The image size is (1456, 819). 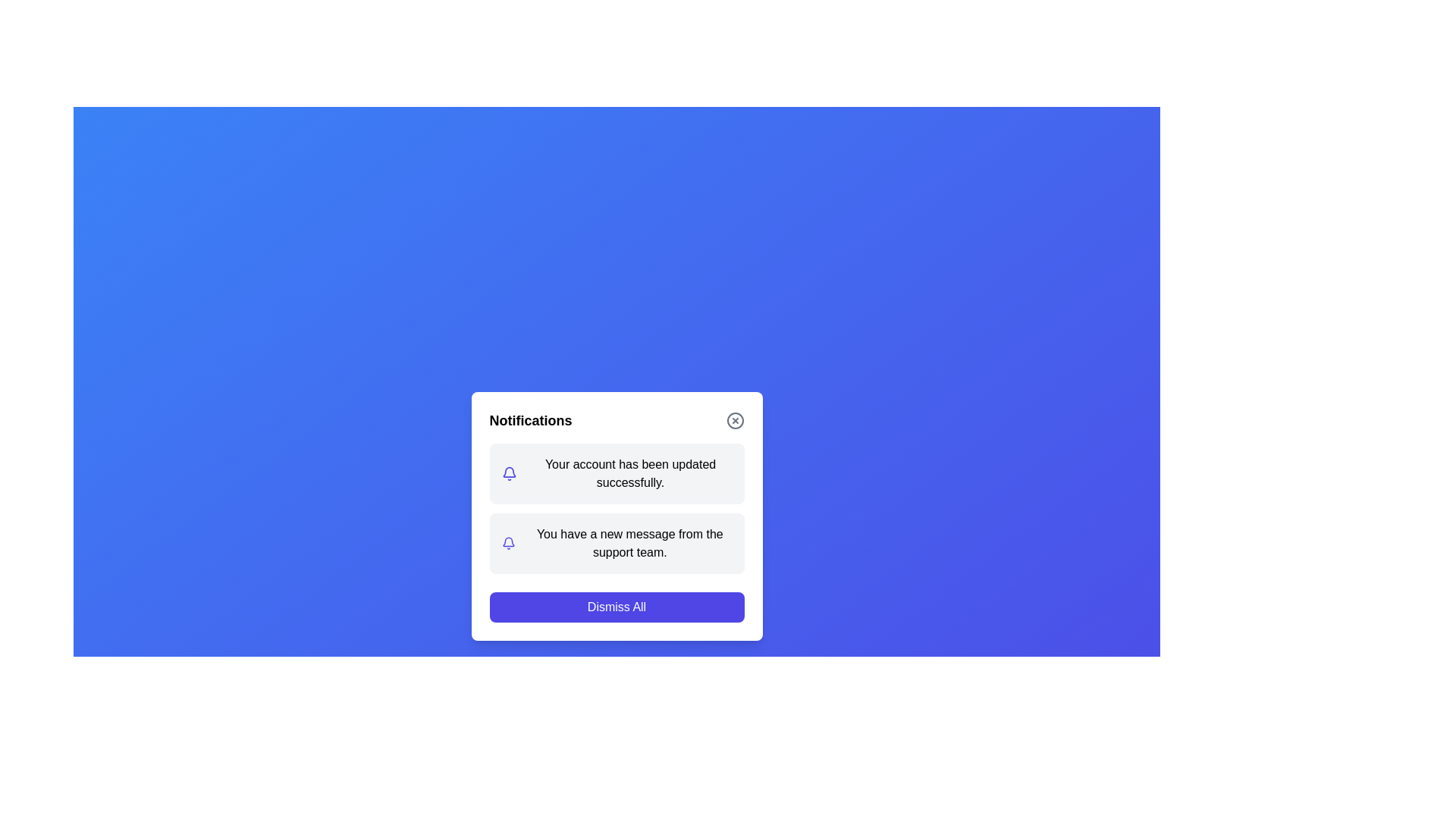 What do you see at coordinates (735, 421) in the screenshot?
I see `the circular icon button located` at bounding box center [735, 421].